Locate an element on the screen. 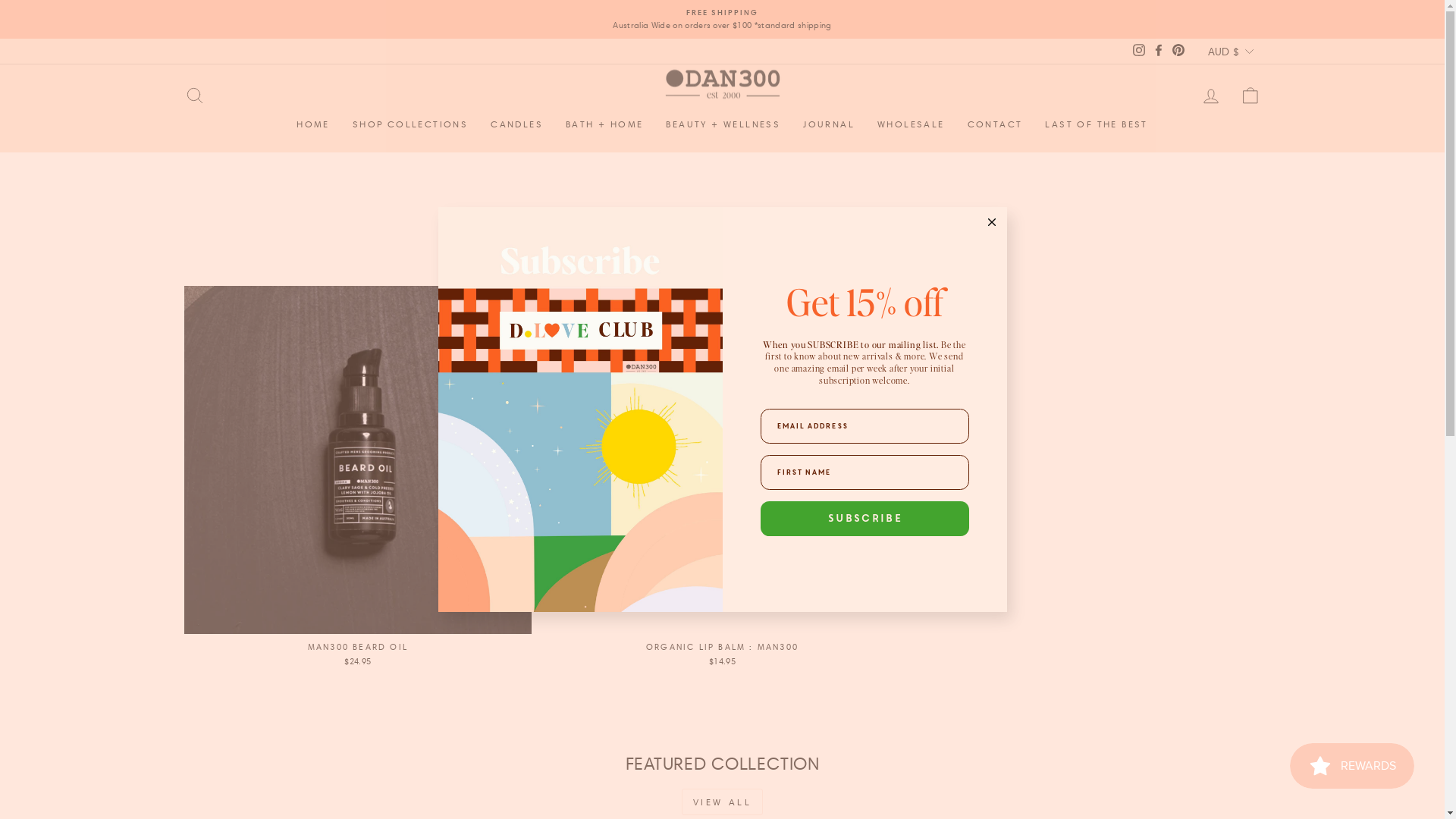 This screenshot has width=1456, height=819. 'SHOP COLLECTIONS' is located at coordinates (340, 124).